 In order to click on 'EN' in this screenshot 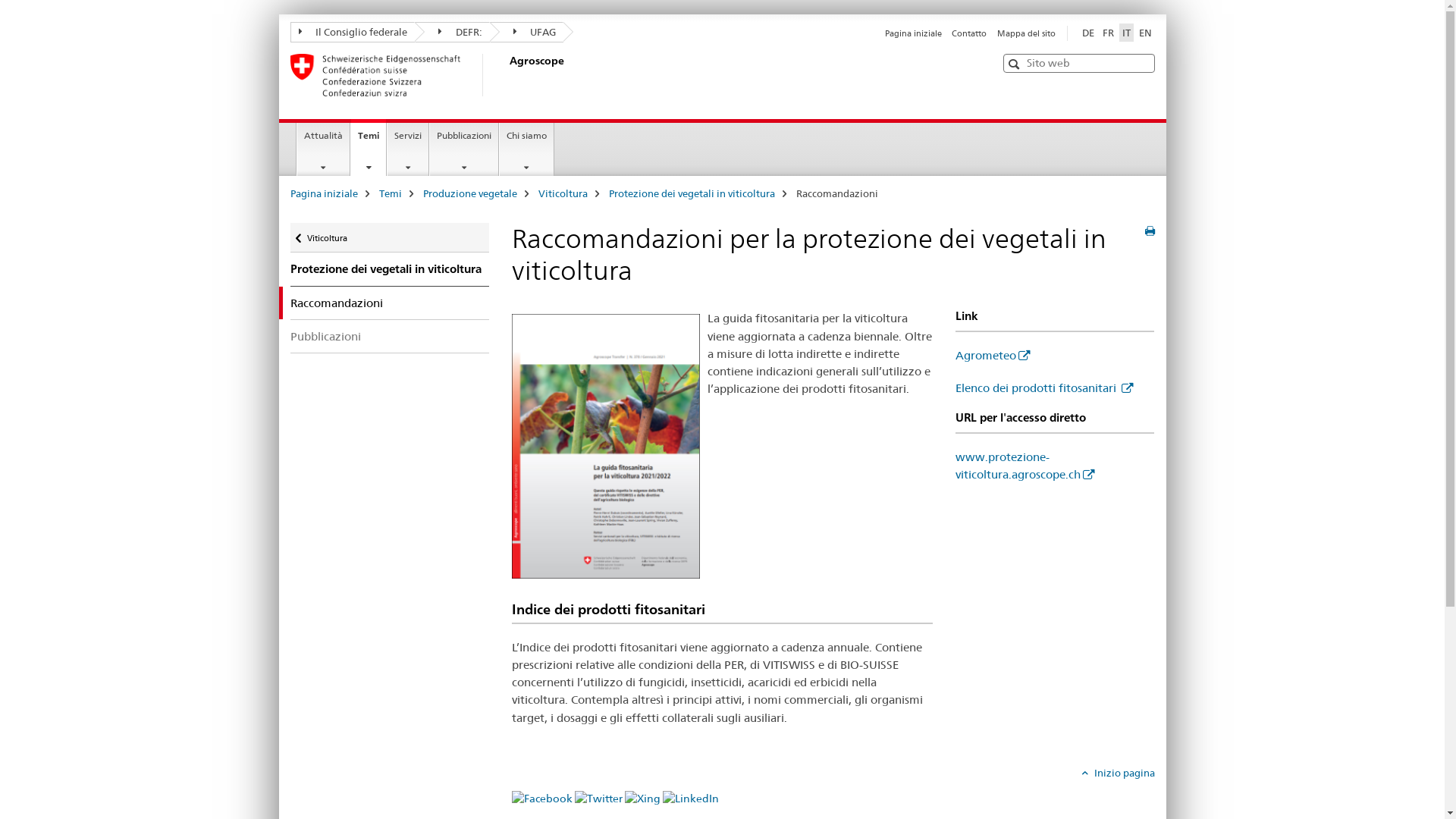, I will do `click(1145, 32)`.